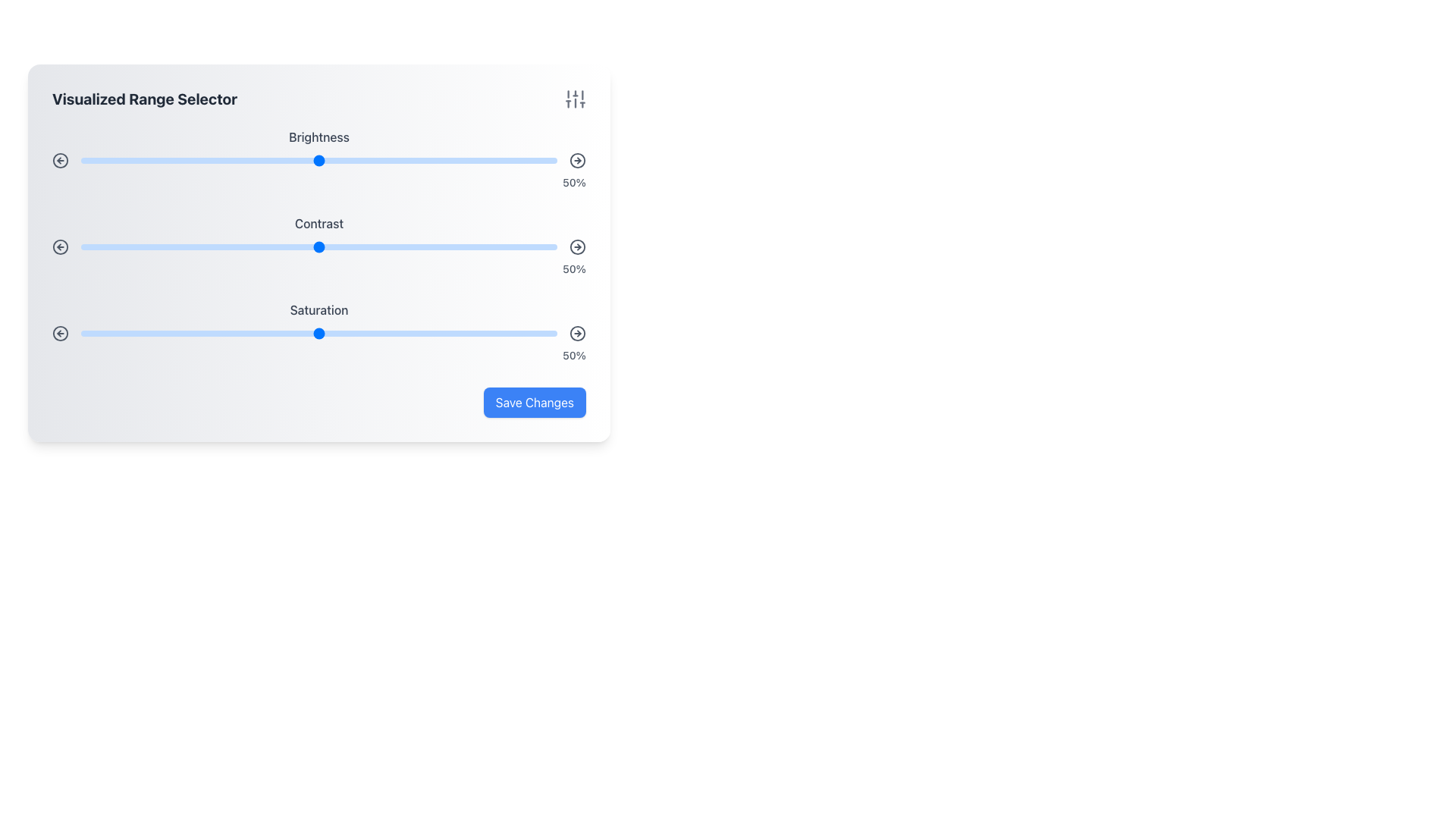 Image resolution: width=1456 pixels, height=819 pixels. What do you see at coordinates (167, 246) in the screenshot?
I see `the value of the contrast slider` at bounding box center [167, 246].